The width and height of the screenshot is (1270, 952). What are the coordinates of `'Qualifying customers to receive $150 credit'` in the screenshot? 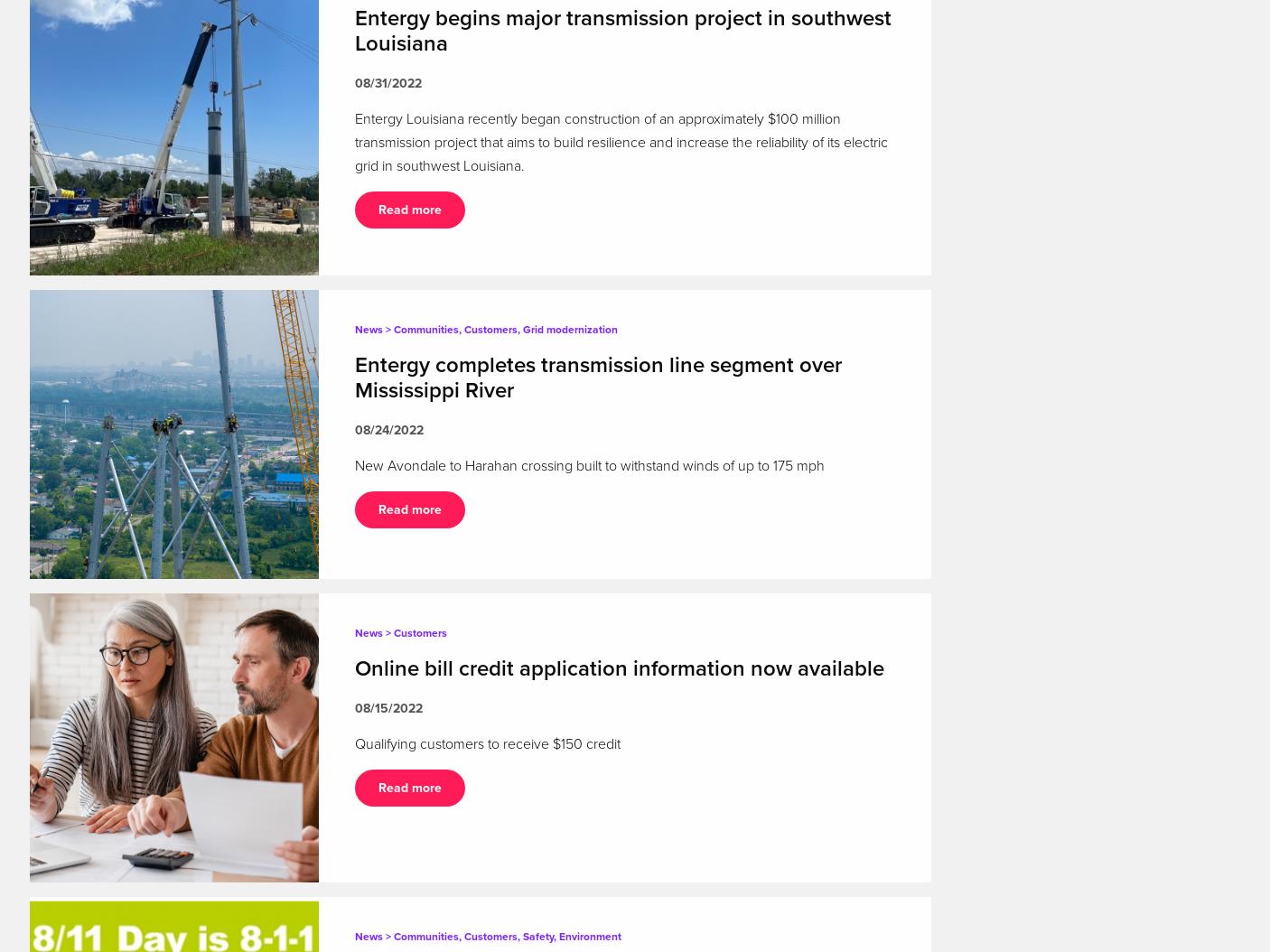 It's located at (487, 742).